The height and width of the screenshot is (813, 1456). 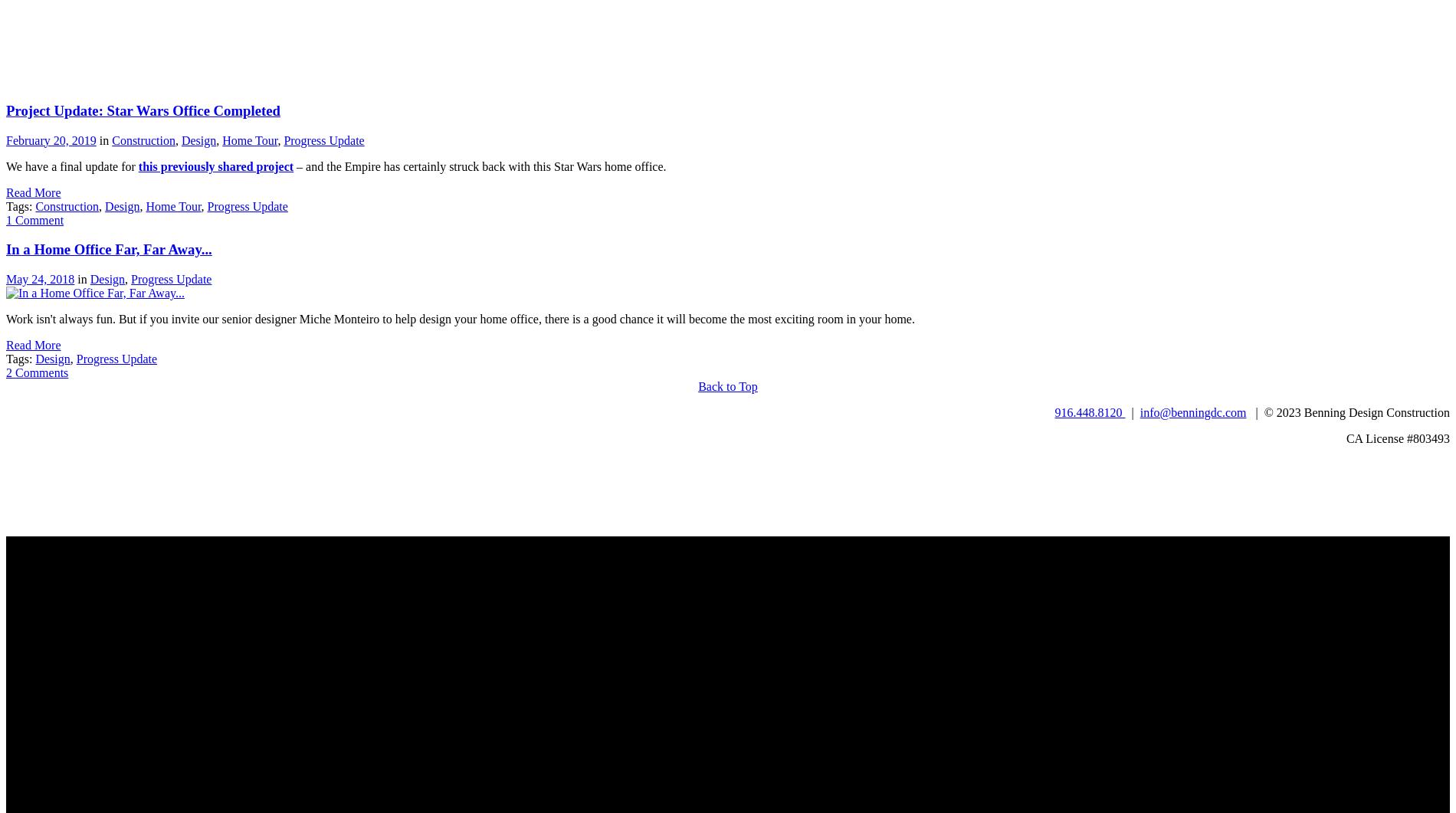 I want to click on '1 Comment', so click(x=34, y=218).